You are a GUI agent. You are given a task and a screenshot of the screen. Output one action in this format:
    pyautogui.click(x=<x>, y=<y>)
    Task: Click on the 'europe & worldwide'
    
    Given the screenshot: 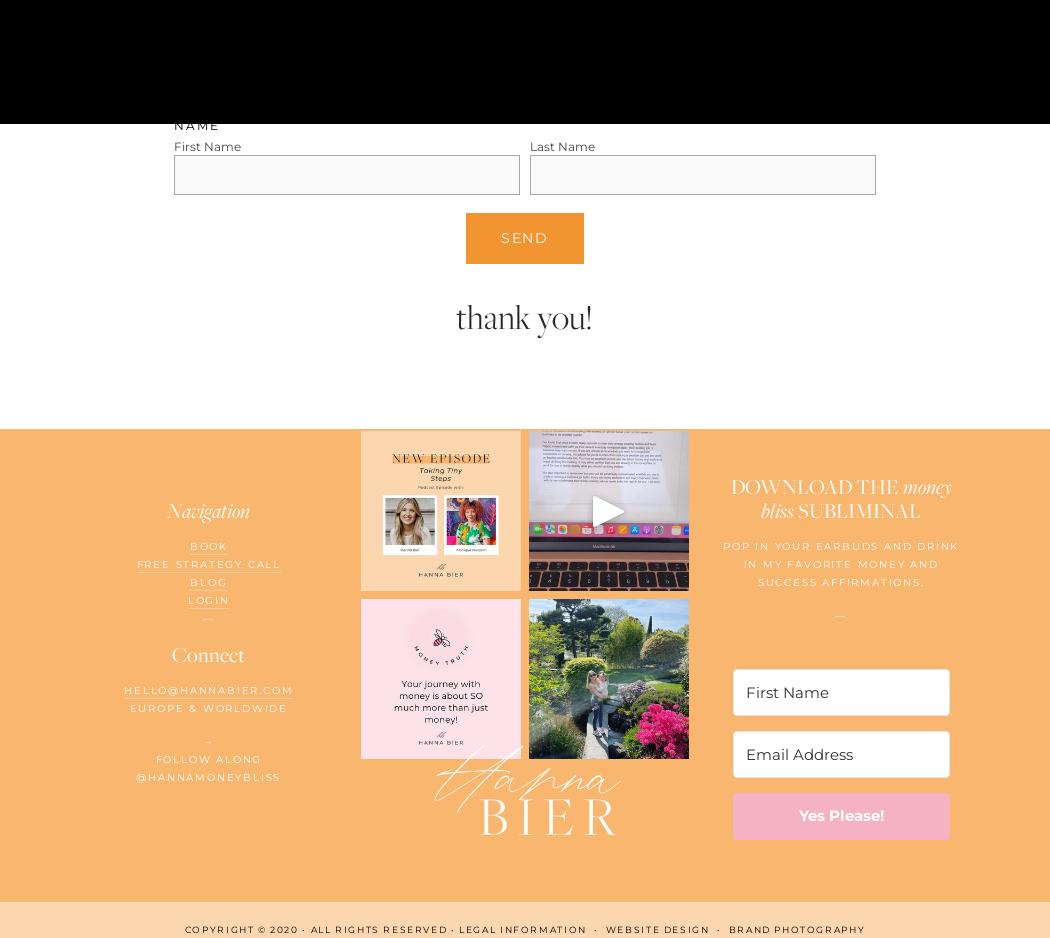 What is the action you would take?
    pyautogui.click(x=207, y=707)
    